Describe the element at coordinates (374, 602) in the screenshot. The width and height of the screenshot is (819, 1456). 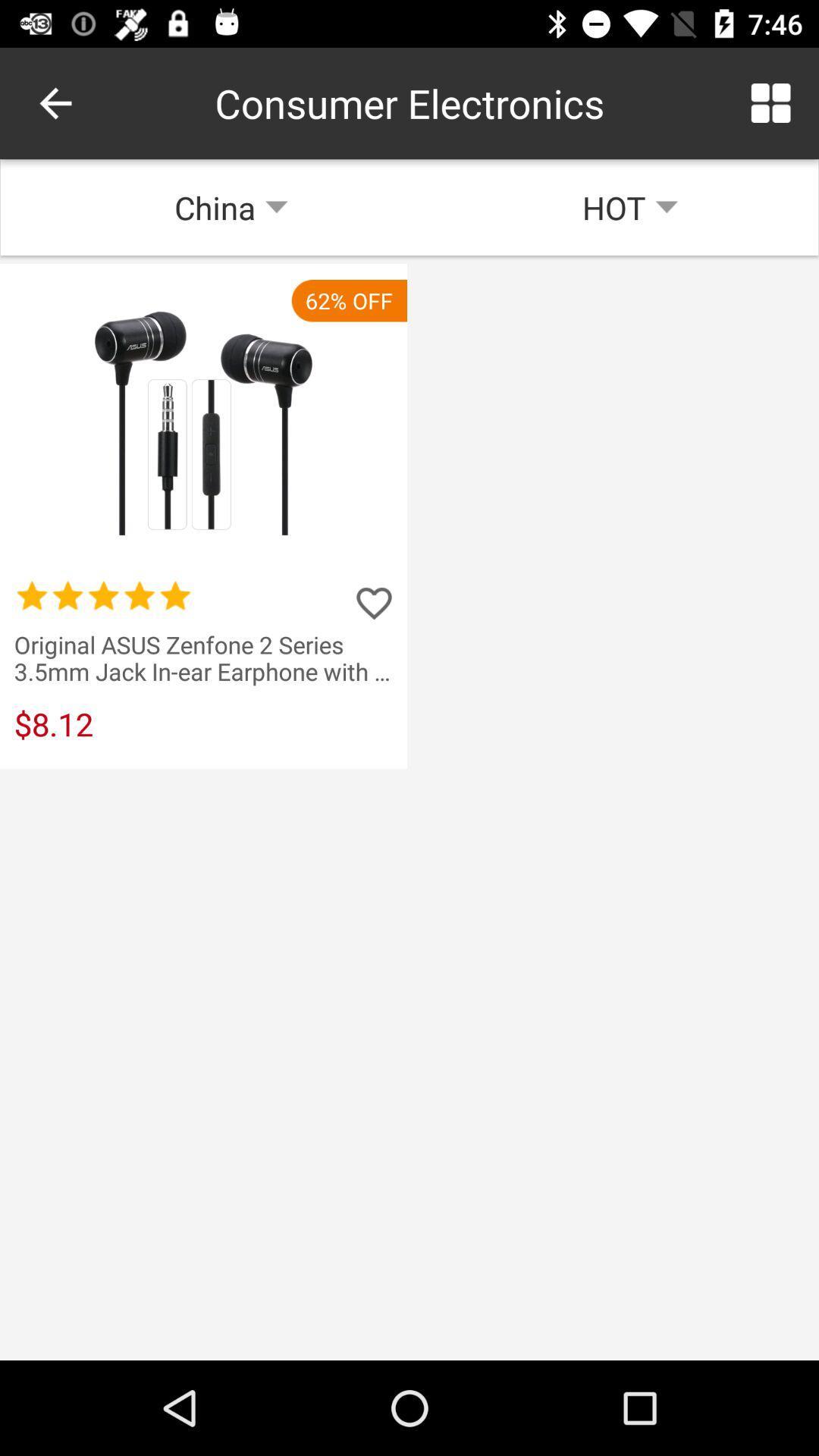
I see `heart item` at that location.